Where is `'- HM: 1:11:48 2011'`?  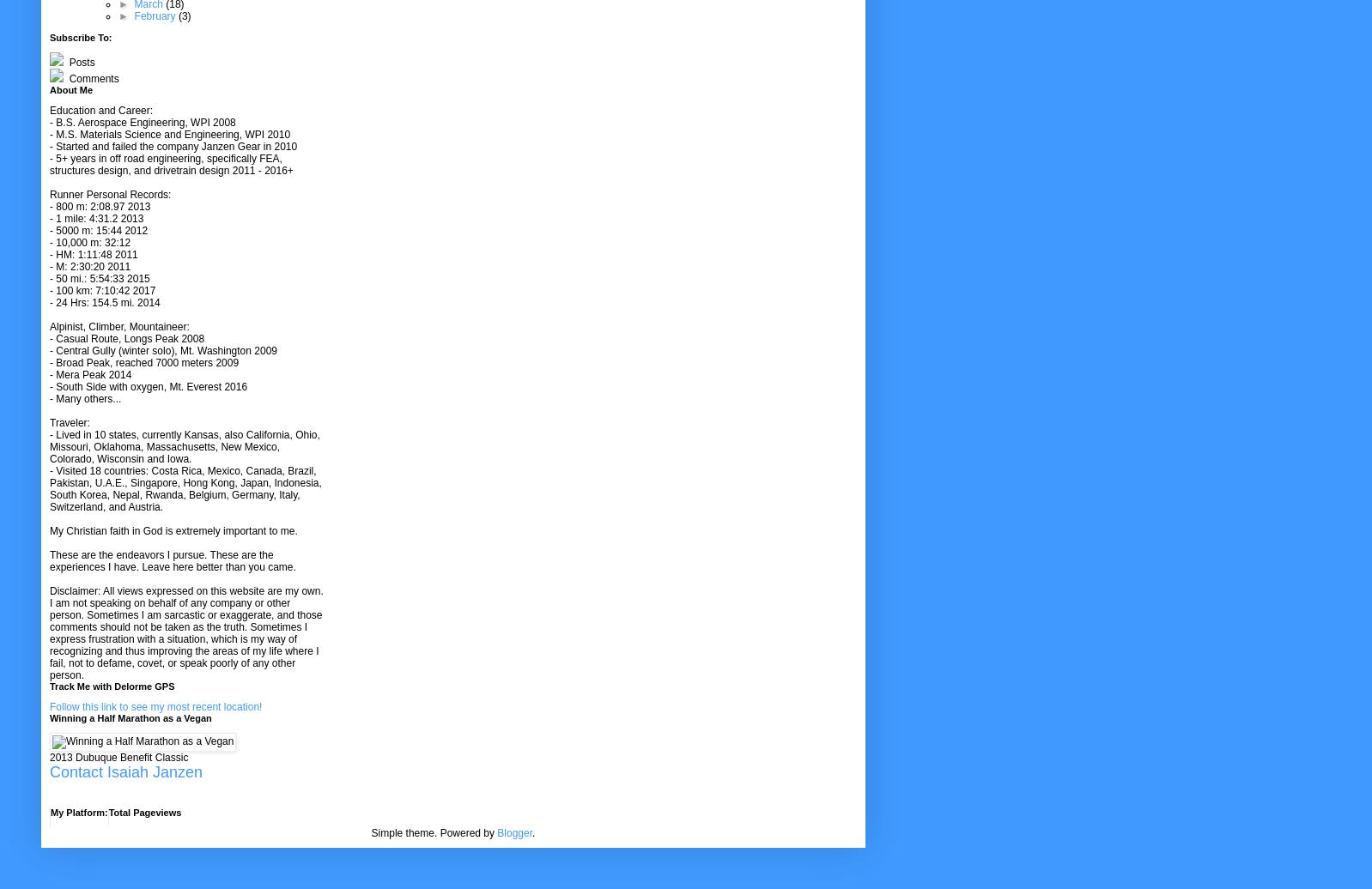 '- HM: 1:11:48 2011' is located at coordinates (49, 255).